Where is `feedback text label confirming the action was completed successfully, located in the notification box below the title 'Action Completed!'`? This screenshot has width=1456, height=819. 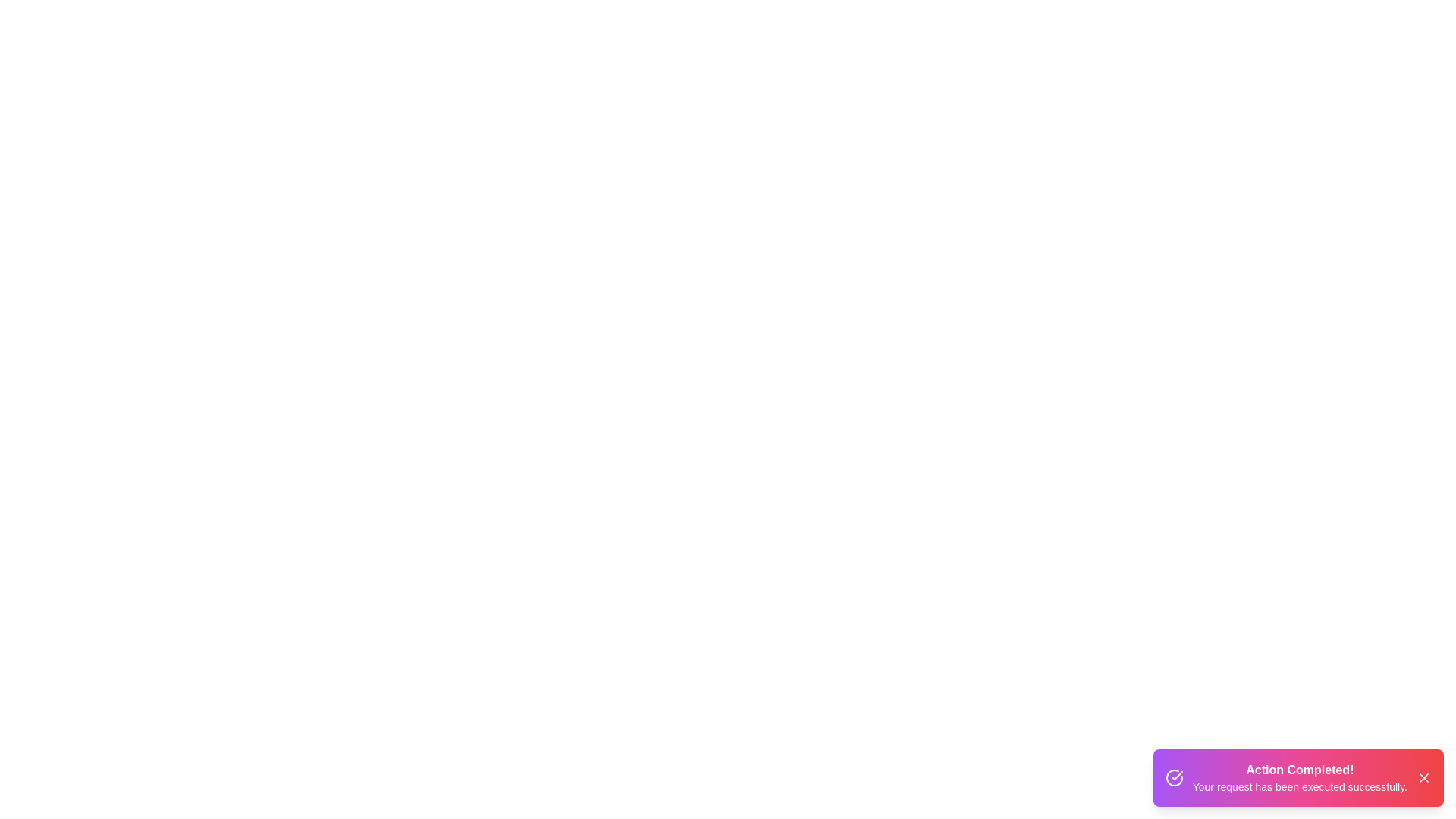
feedback text label confirming the action was completed successfully, located in the notification box below the title 'Action Completed!' is located at coordinates (1299, 786).